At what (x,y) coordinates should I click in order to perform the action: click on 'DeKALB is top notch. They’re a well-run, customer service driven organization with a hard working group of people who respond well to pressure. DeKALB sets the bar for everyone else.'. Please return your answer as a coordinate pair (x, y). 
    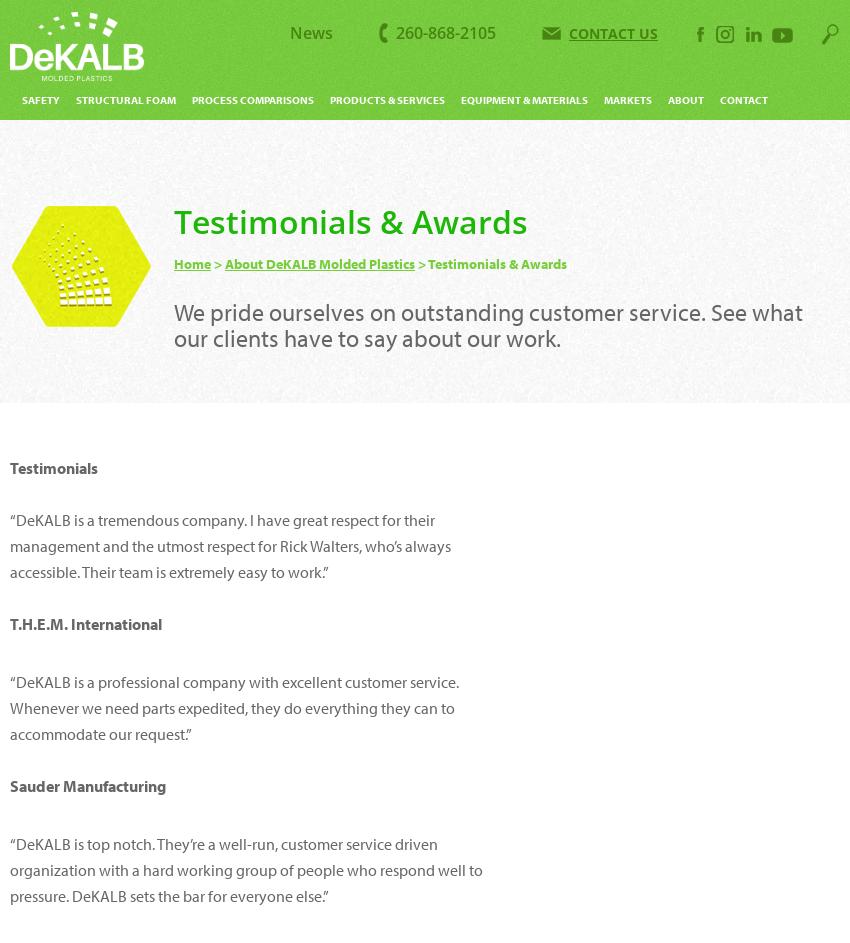
    Looking at the image, I should click on (246, 870).